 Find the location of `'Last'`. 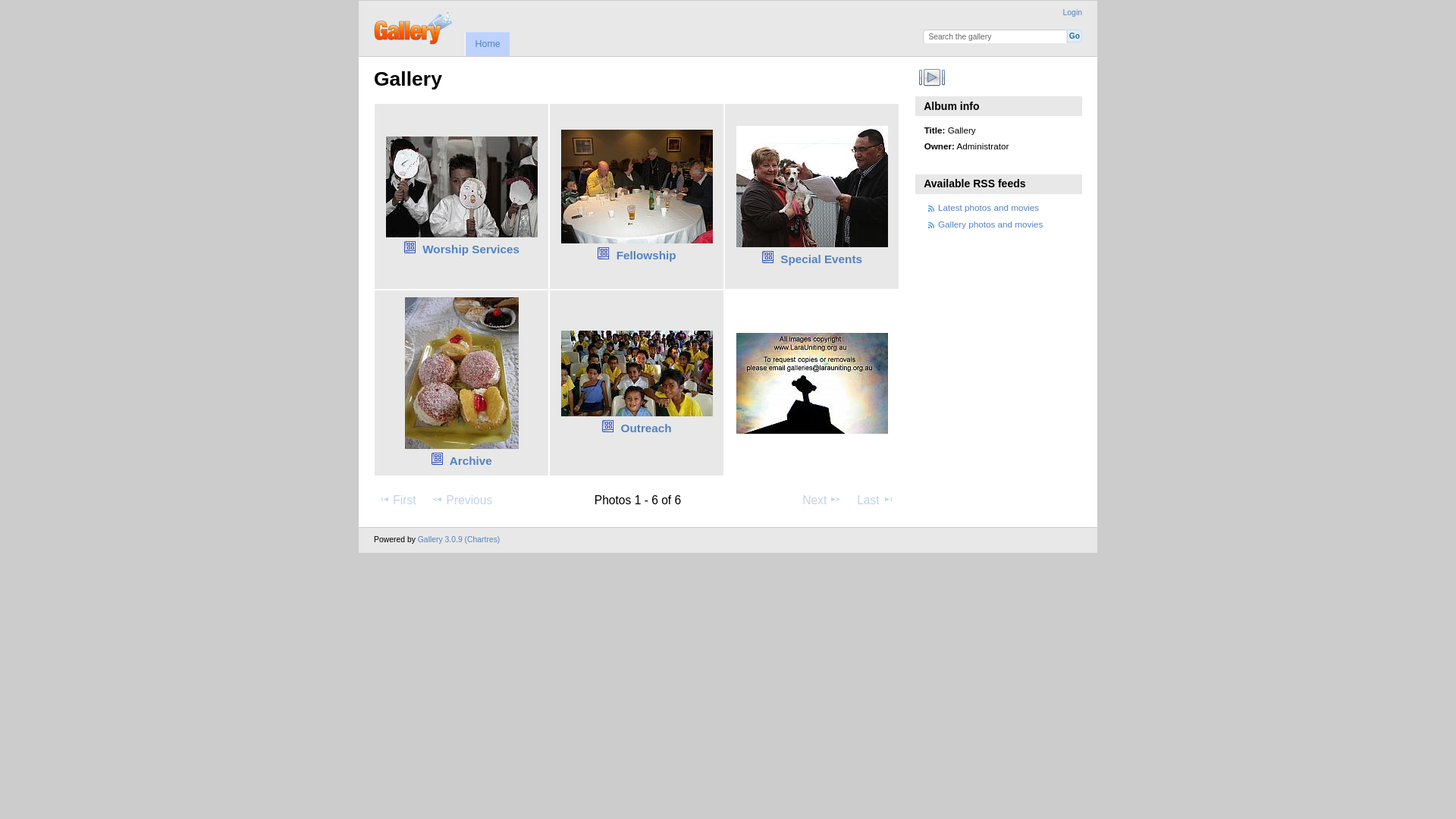

'Last' is located at coordinates (875, 500).